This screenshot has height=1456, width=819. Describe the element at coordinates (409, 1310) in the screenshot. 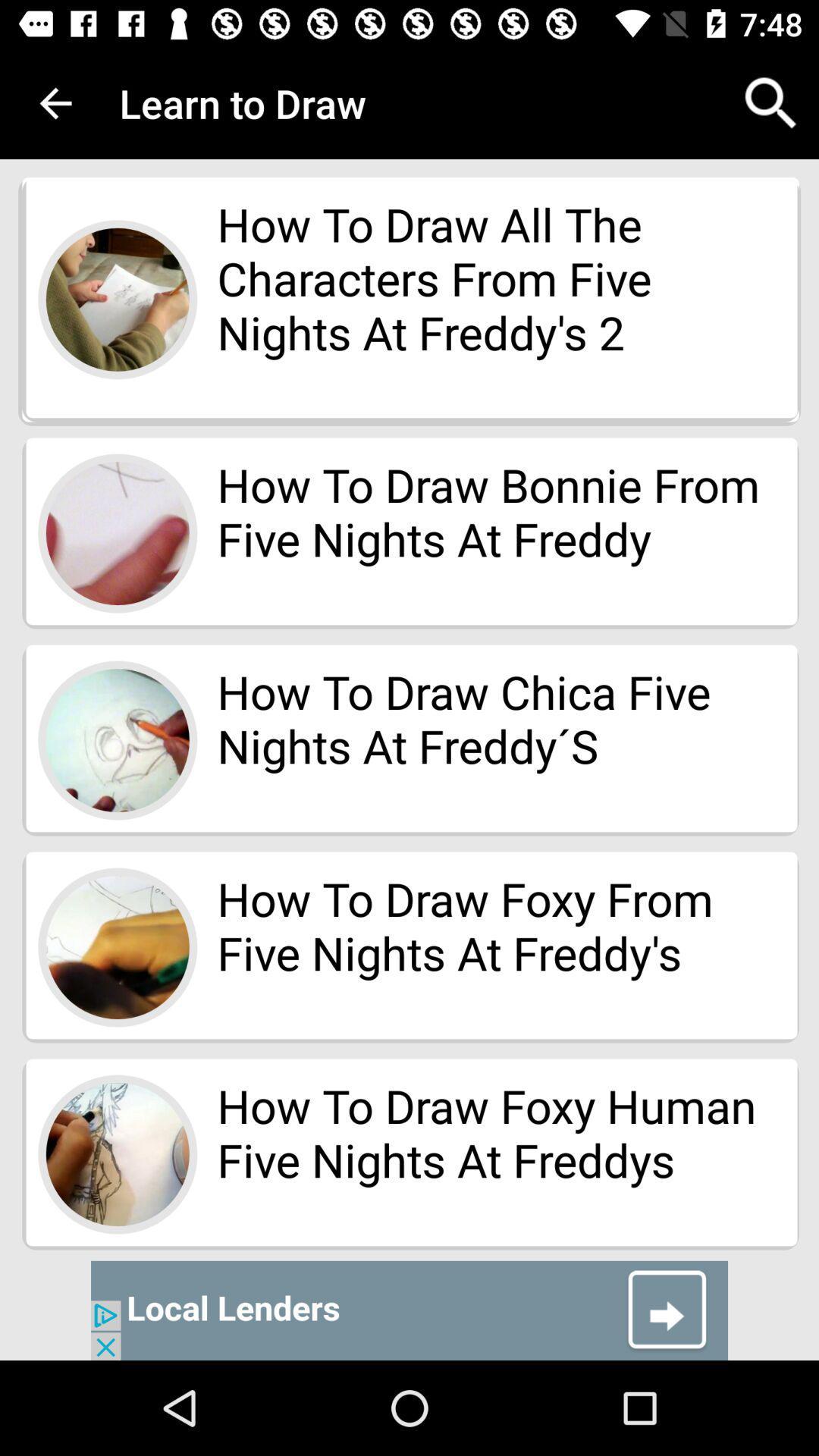

I see `advertisement` at that location.